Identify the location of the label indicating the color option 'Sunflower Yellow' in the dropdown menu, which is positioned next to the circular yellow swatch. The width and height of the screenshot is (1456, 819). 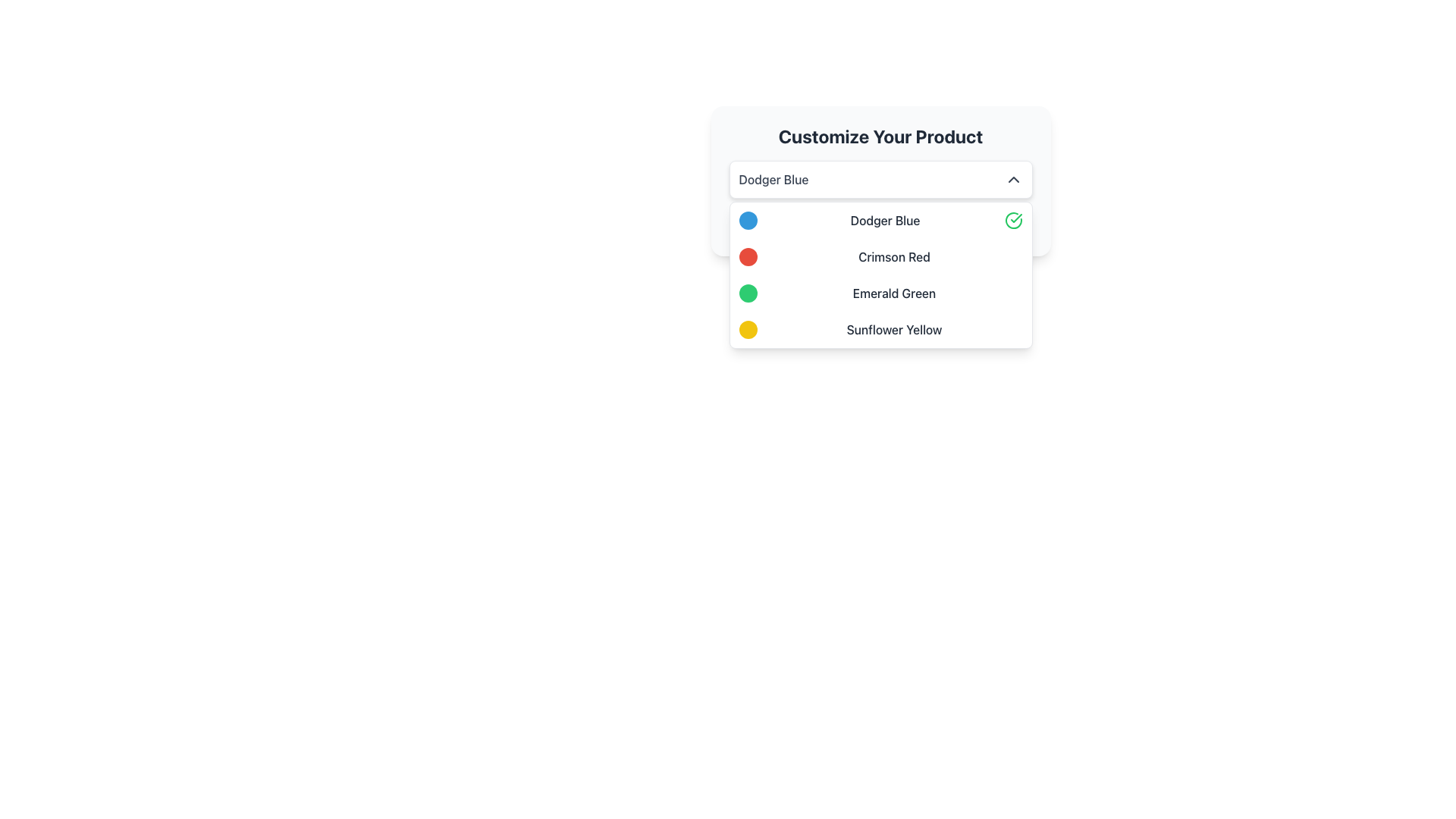
(894, 329).